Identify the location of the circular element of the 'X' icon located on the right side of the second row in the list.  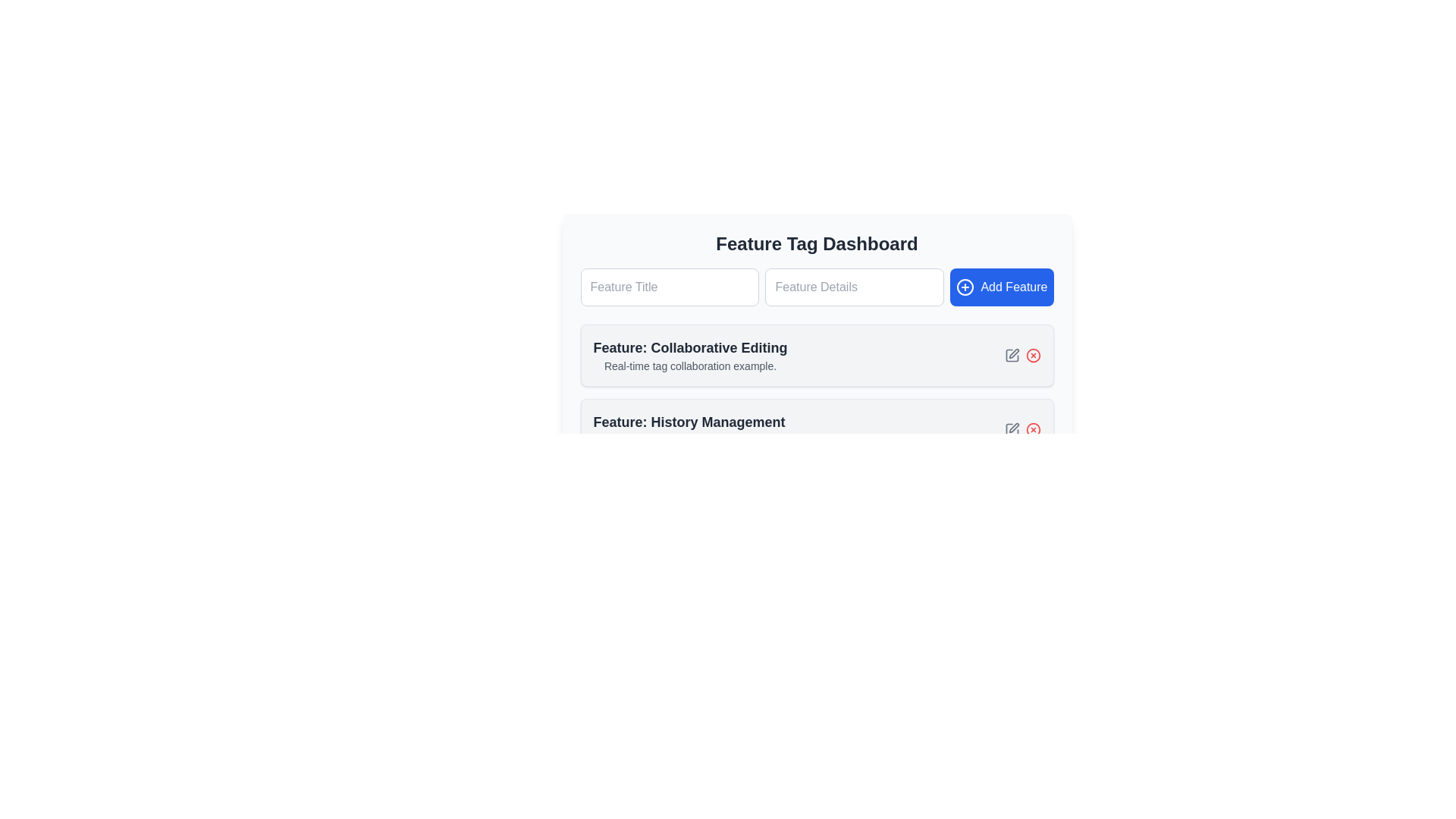
(1032, 430).